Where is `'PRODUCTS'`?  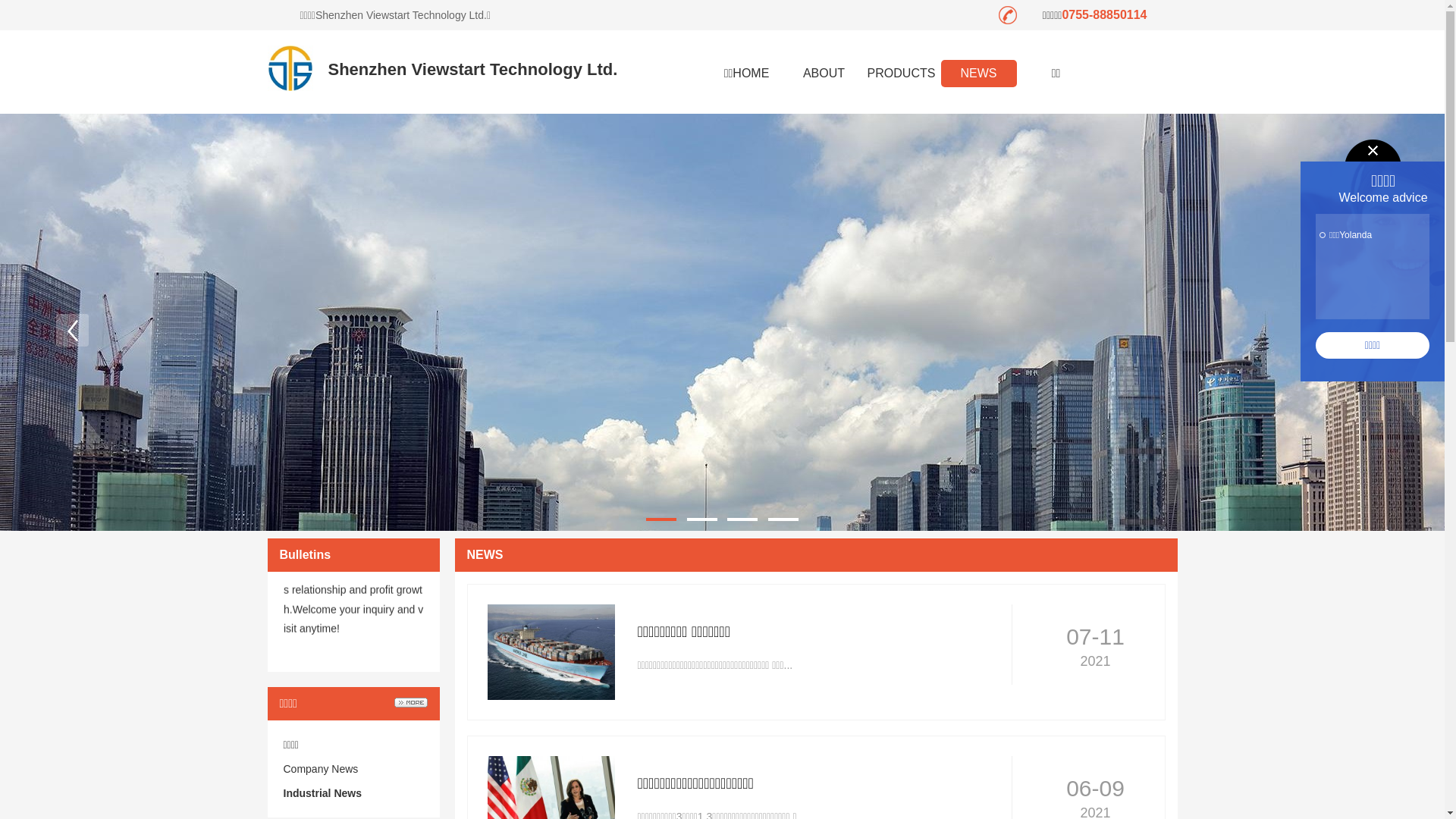
'PRODUCTS' is located at coordinates (900, 73).